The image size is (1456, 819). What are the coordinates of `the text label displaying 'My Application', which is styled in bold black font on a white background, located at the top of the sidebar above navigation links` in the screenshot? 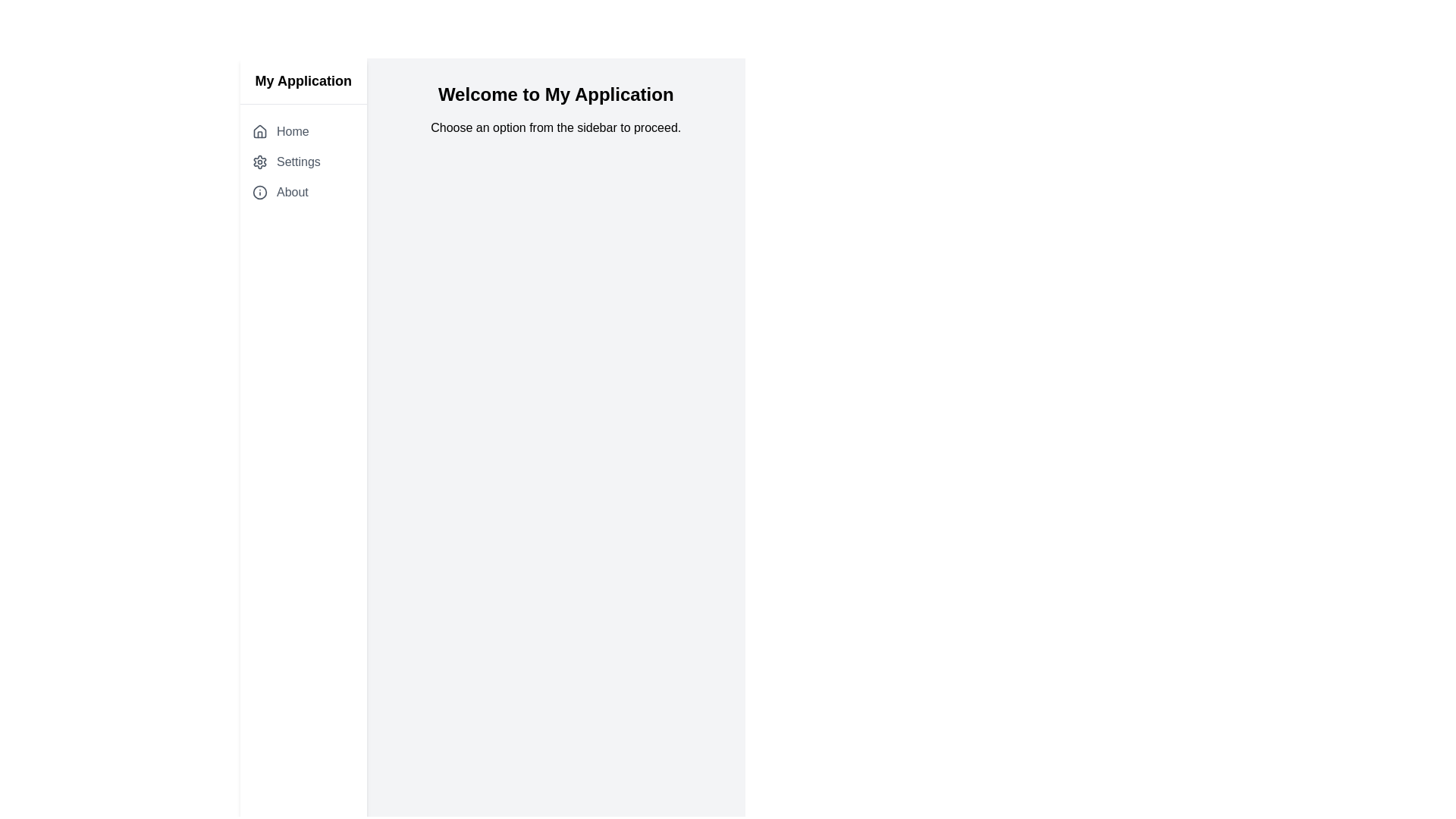 It's located at (303, 81).